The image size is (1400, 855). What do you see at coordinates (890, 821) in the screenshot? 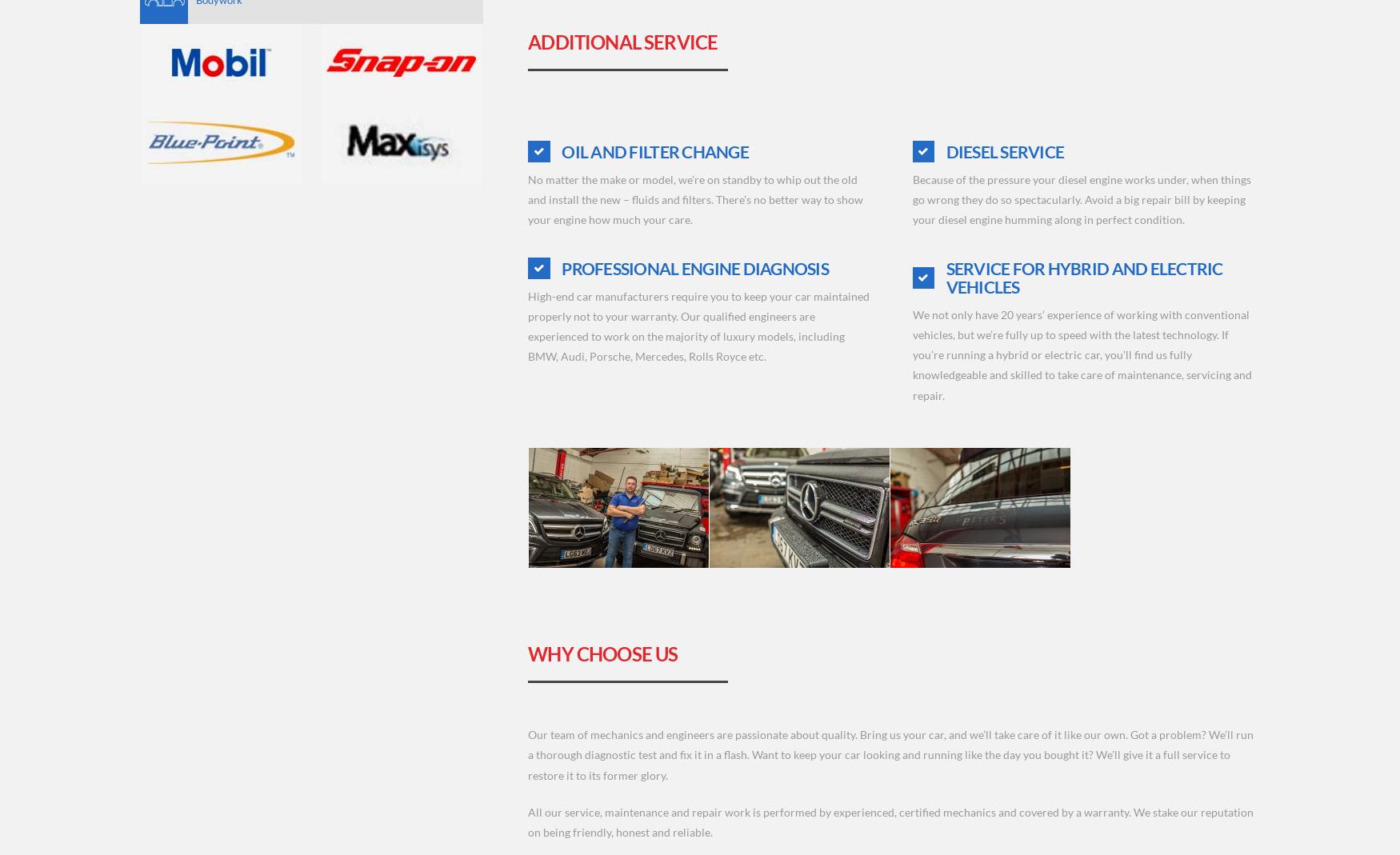
I see `'All our service, maintenance and repair work is performed by experienced, certified mechanics and covered by a warranty. We stake our reputation on being friendly, honest and reliable.'` at bounding box center [890, 821].